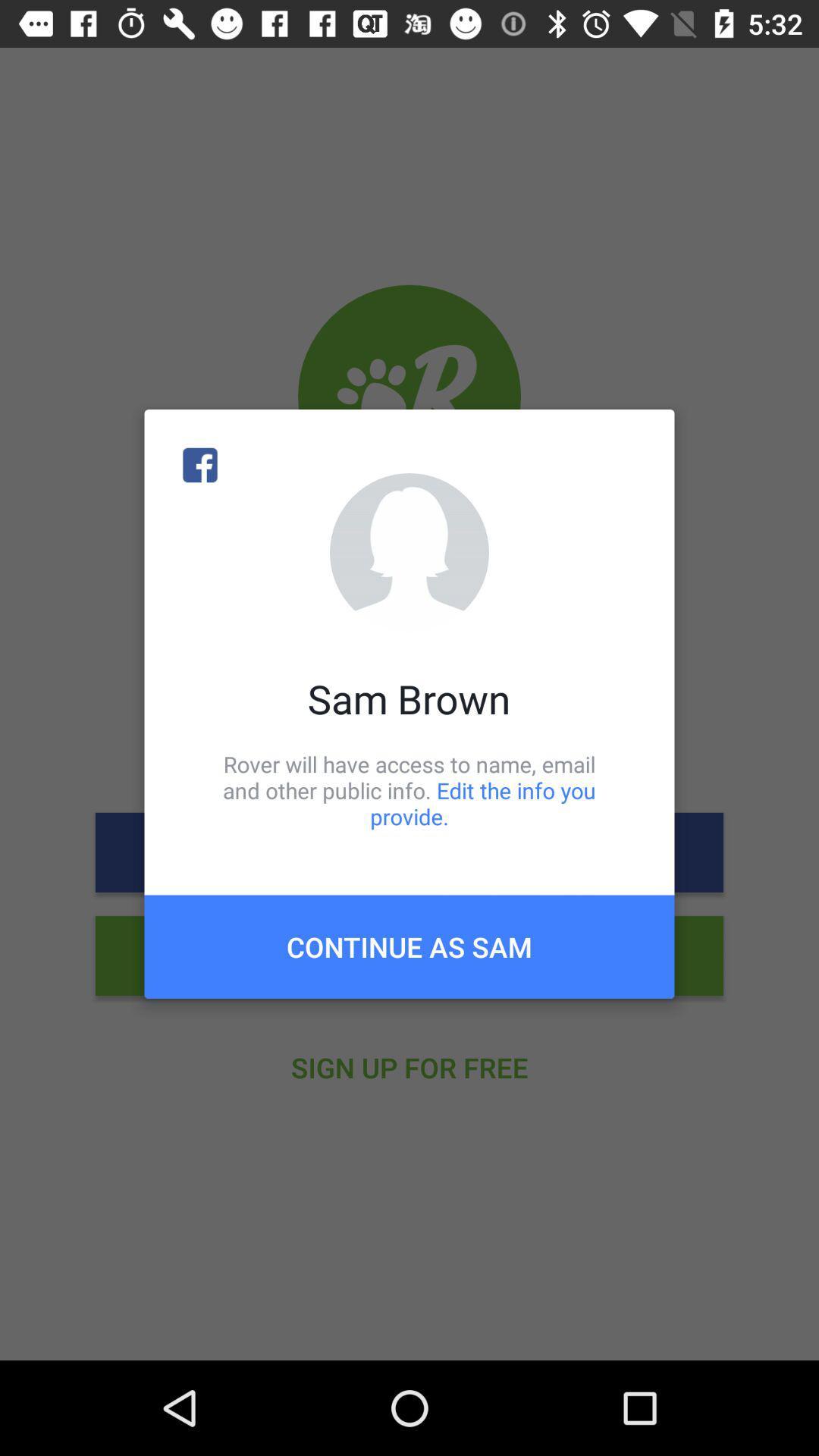 This screenshot has height=1456, width=819. Describe the element at coordinates (409, 789) in the screenshot. I see `item above the continue as sam item` at that location.